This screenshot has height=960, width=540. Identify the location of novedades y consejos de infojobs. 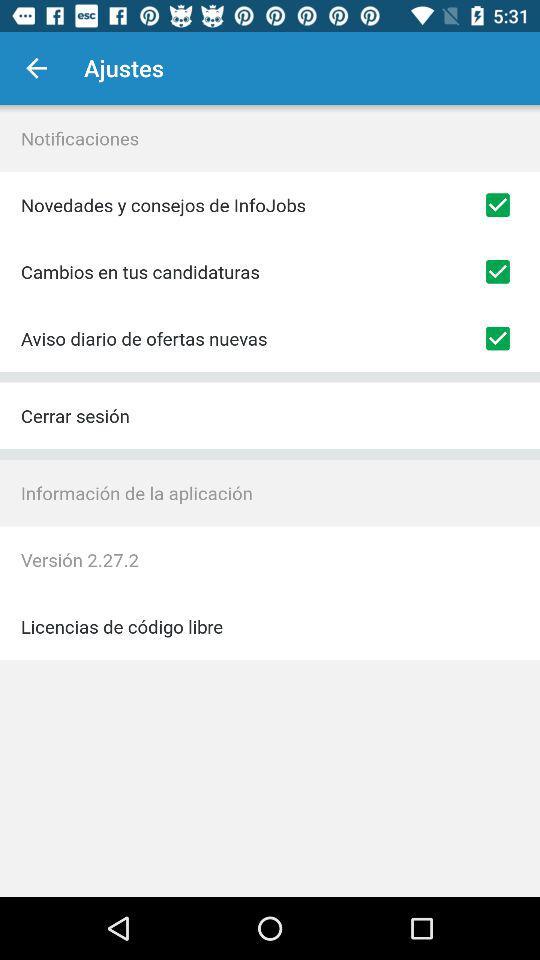
(496, 205).